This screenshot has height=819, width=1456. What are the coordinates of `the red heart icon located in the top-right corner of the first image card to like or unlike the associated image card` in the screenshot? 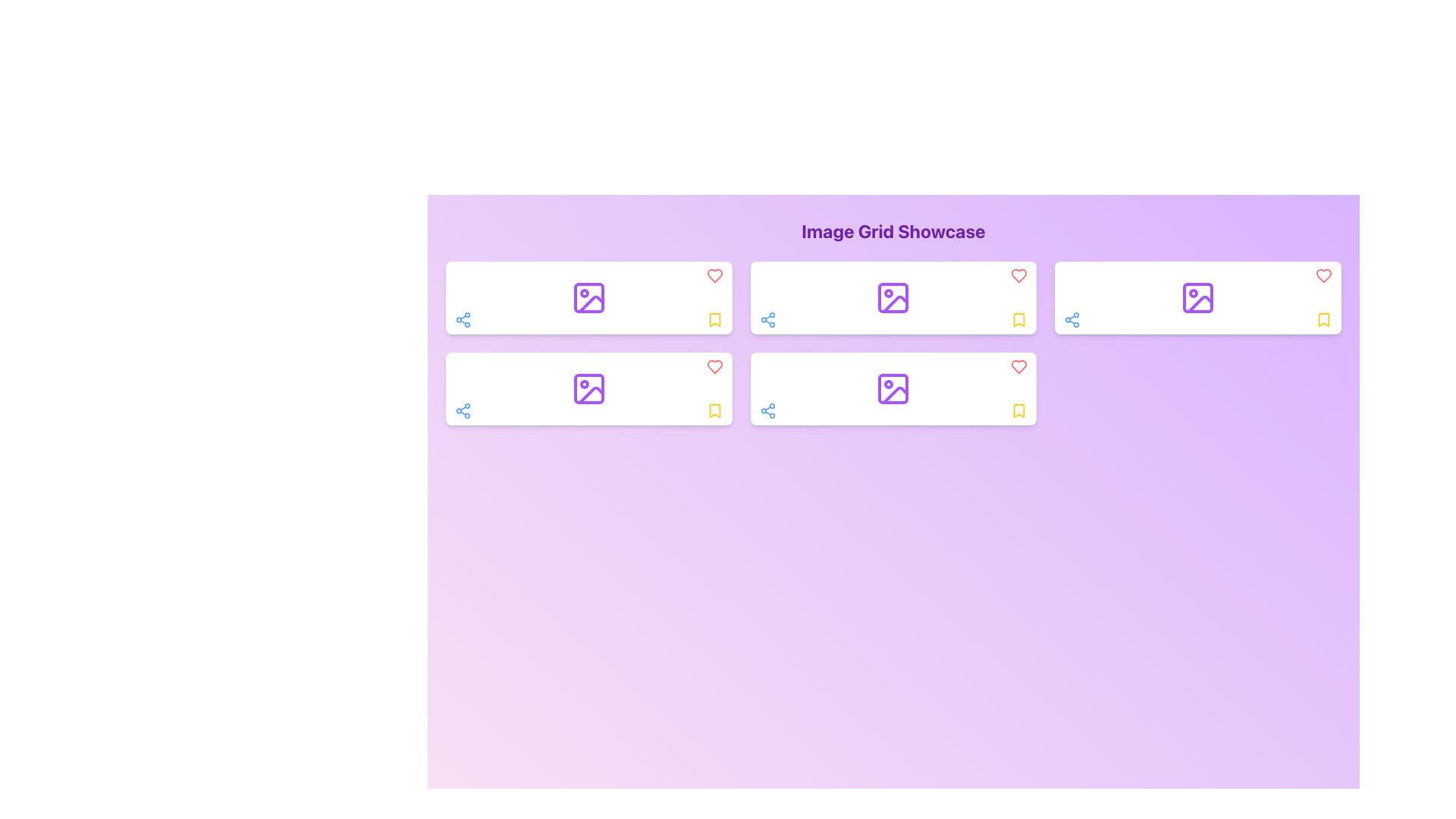 It's located at (714, 275).